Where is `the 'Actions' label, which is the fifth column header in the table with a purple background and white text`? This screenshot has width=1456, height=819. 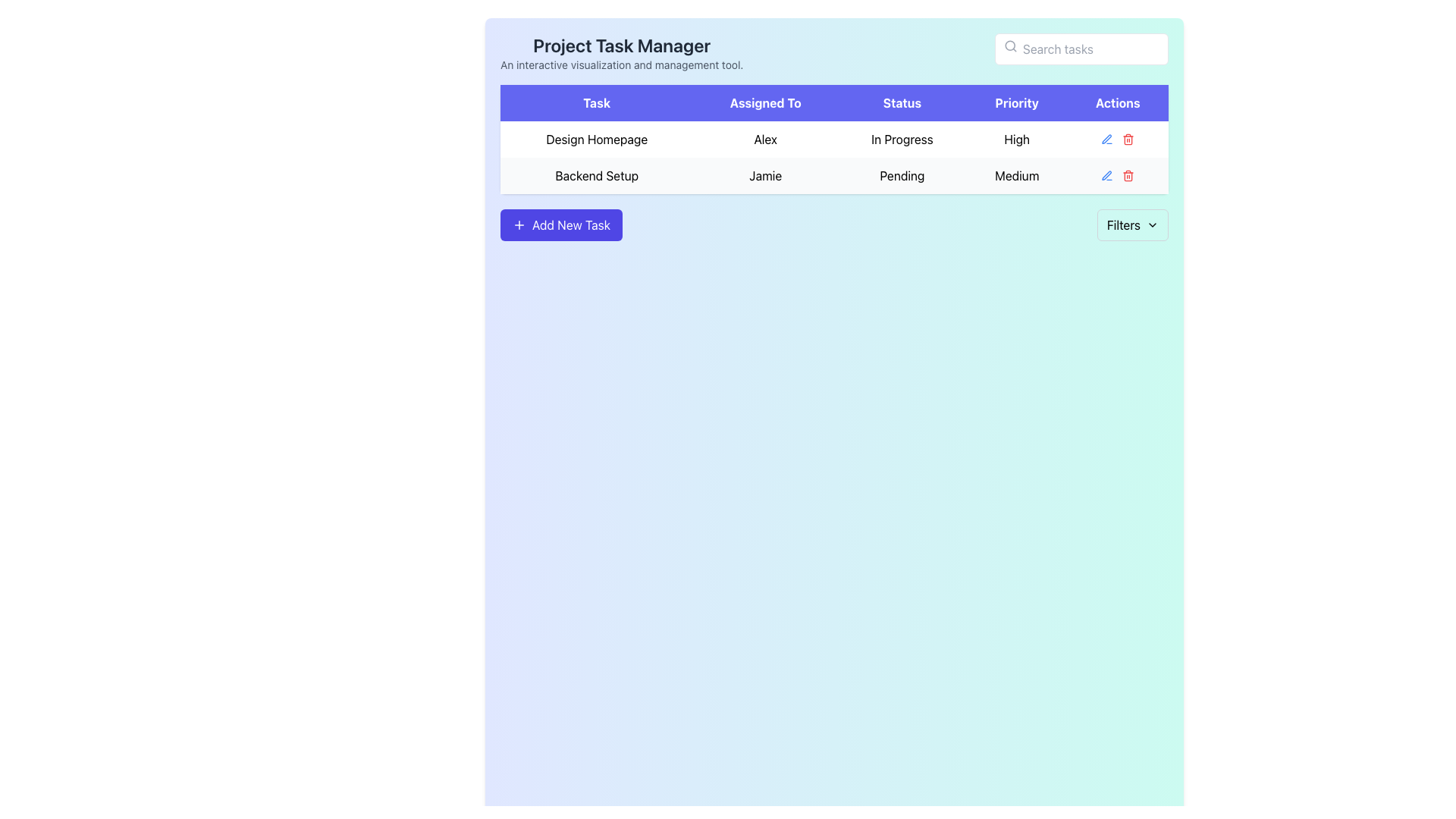
the 'Actions' label, which is the fifth column header in the table with a purple background and white text is located at coordinates (1118, 102).